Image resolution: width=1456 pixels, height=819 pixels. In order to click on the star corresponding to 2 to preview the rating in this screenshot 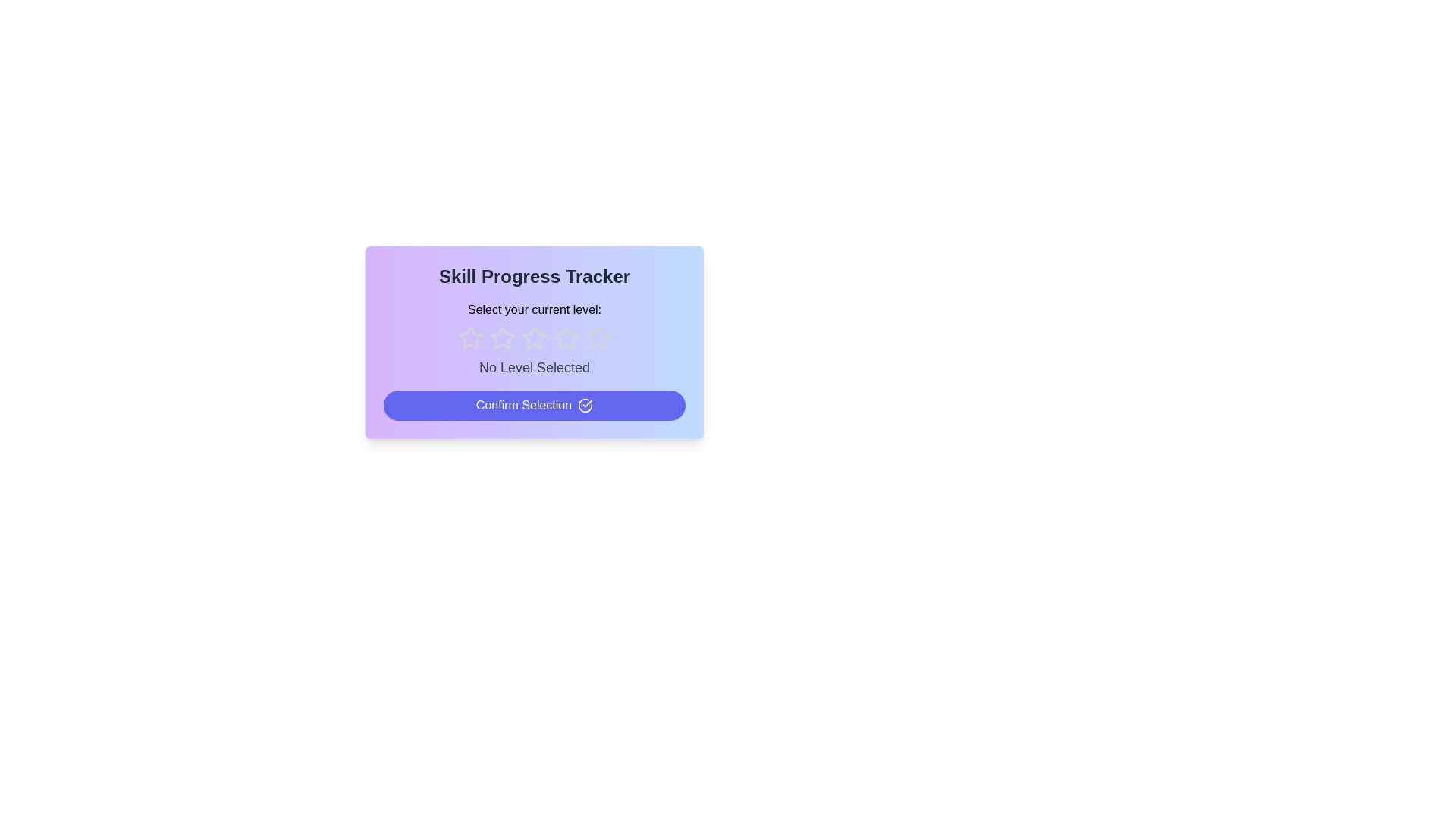, I will do `click(502, 337)`.